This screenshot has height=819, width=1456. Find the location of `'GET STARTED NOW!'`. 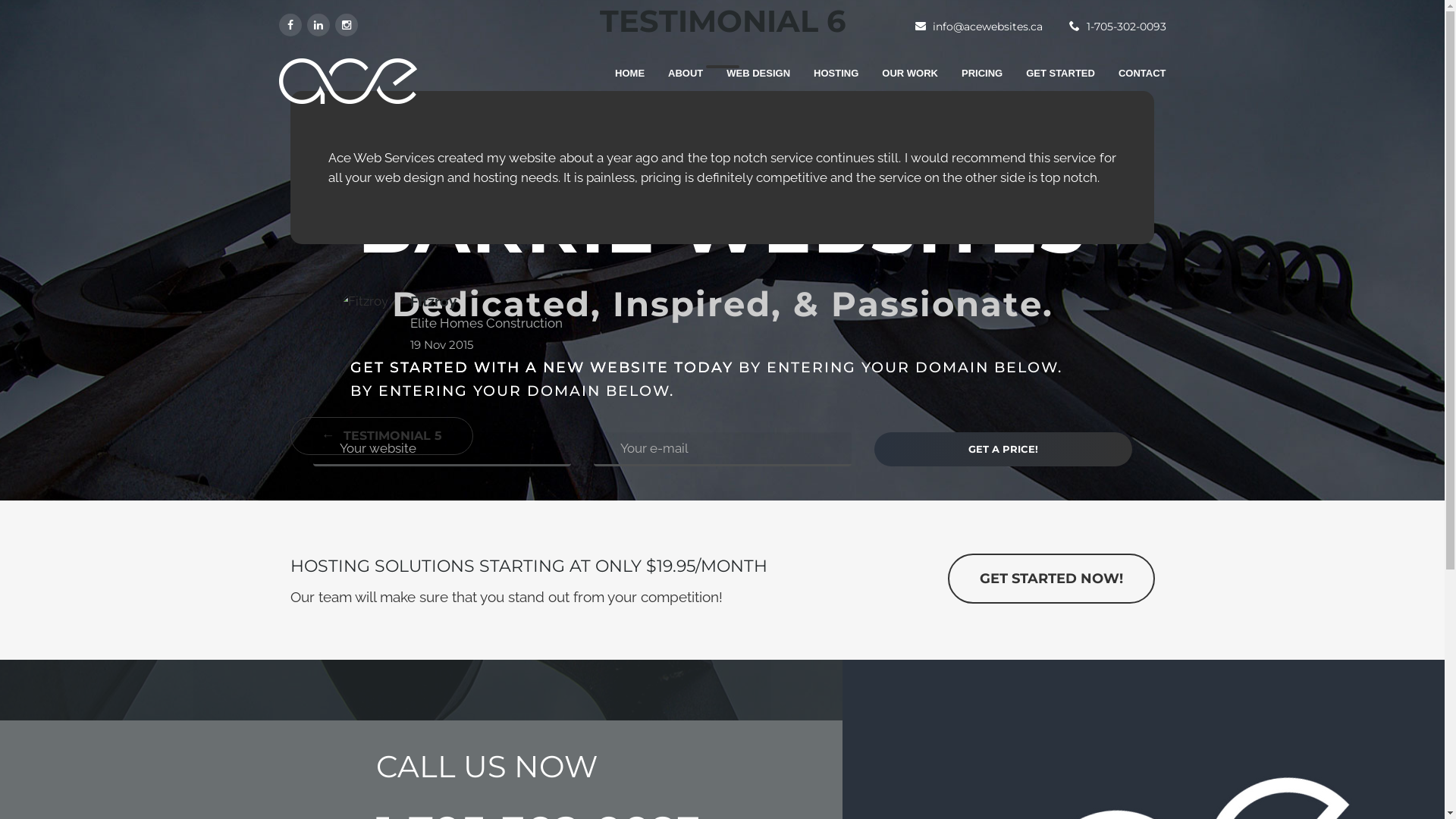

'GET STARTED NOW!' is located at coordinates (1050, 579).